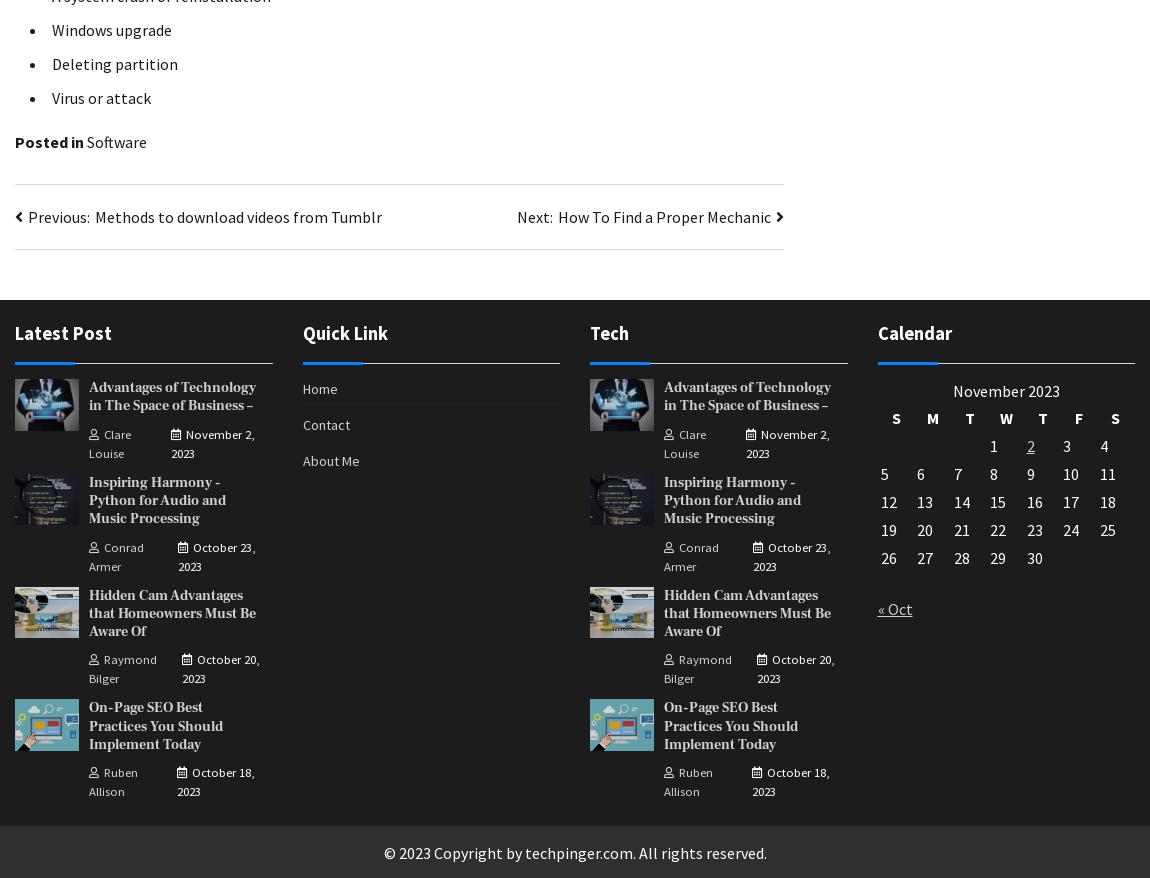 This screenshot has height=878, width=1150. What do you see at coordinates (557, 216) in the screenshot?
I see `'How To Find a Proper Mechanic'` at bounding box center [557, 216].